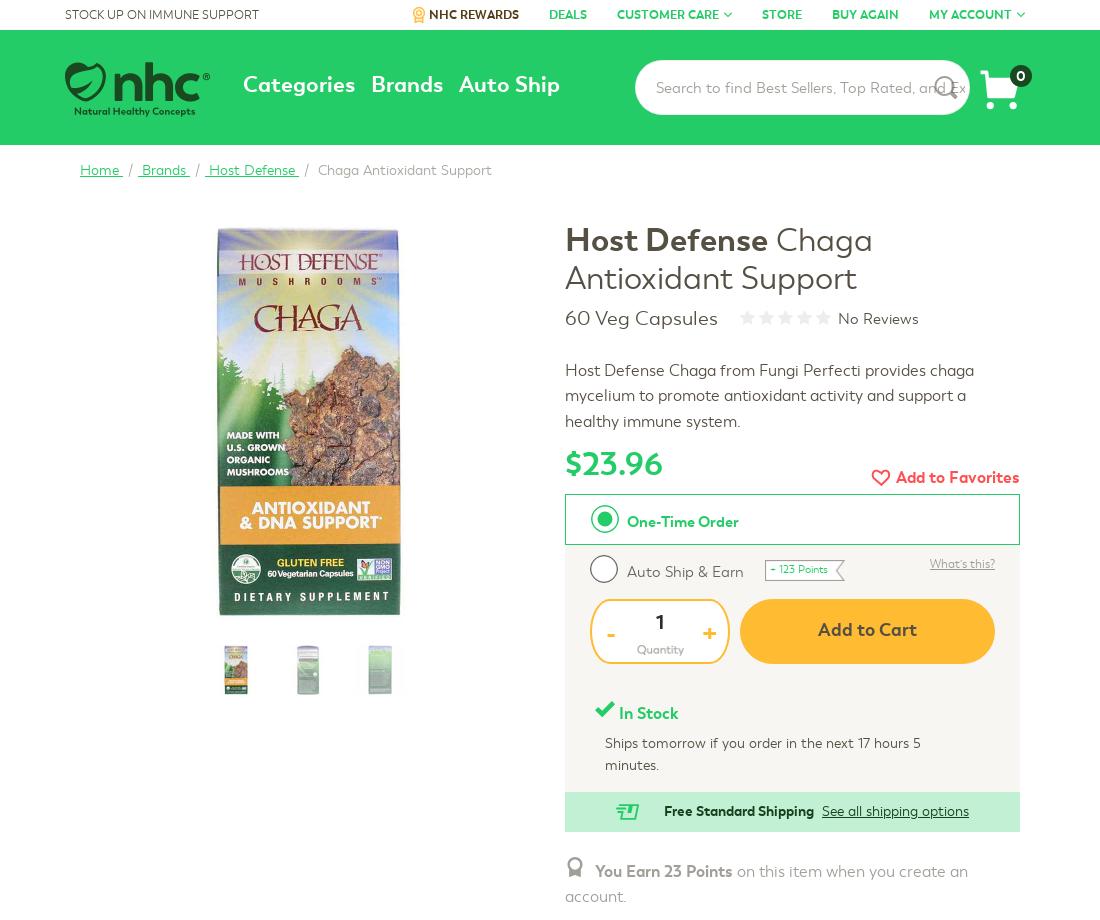 The width and height of the screenshot is (1100, 920). Describe the element at coordinates (761, 14) in the screenshot. I see `'Store'` at that location.